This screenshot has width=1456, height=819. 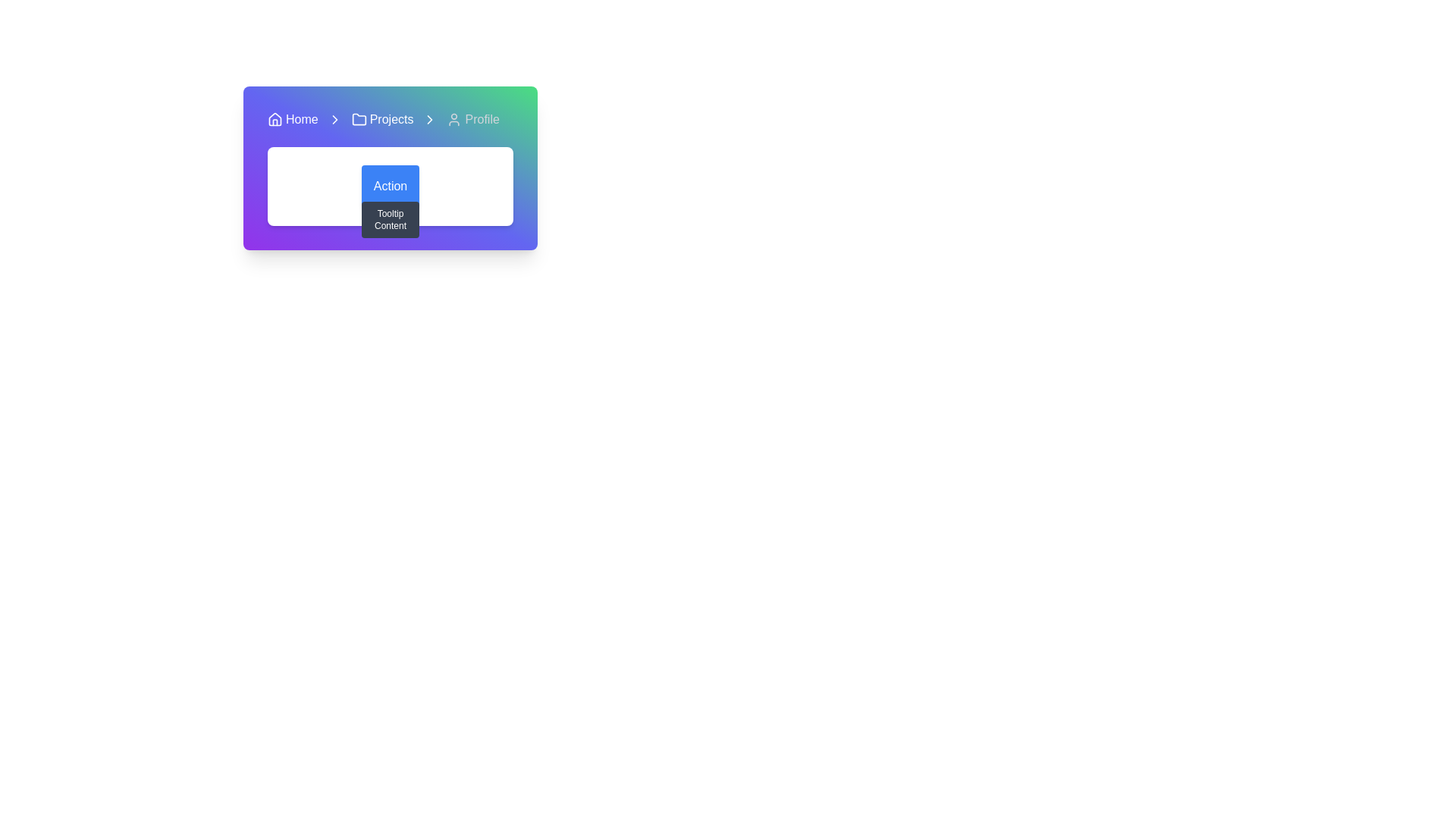 What do you see at coordinates (429, 119) in the screenshot?
I see `the rightward-pointing chevron icon located to the right of the 'Projects' text in the breadcrumb navigation bar` at bounding box center [429, 119].